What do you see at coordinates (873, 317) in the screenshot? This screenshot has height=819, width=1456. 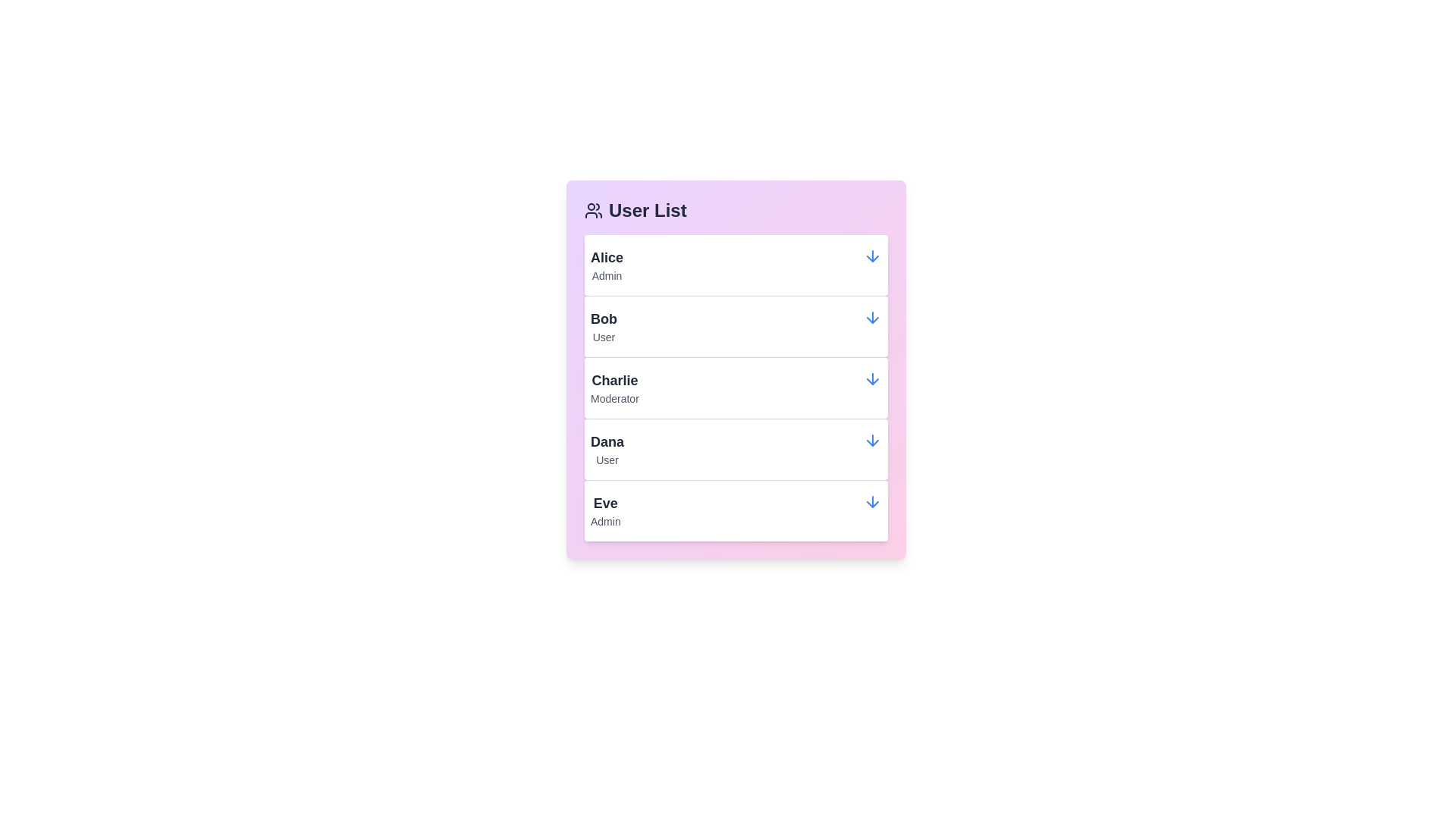 I see `the arrow icon for Bob` at bounding box center [873, 317].